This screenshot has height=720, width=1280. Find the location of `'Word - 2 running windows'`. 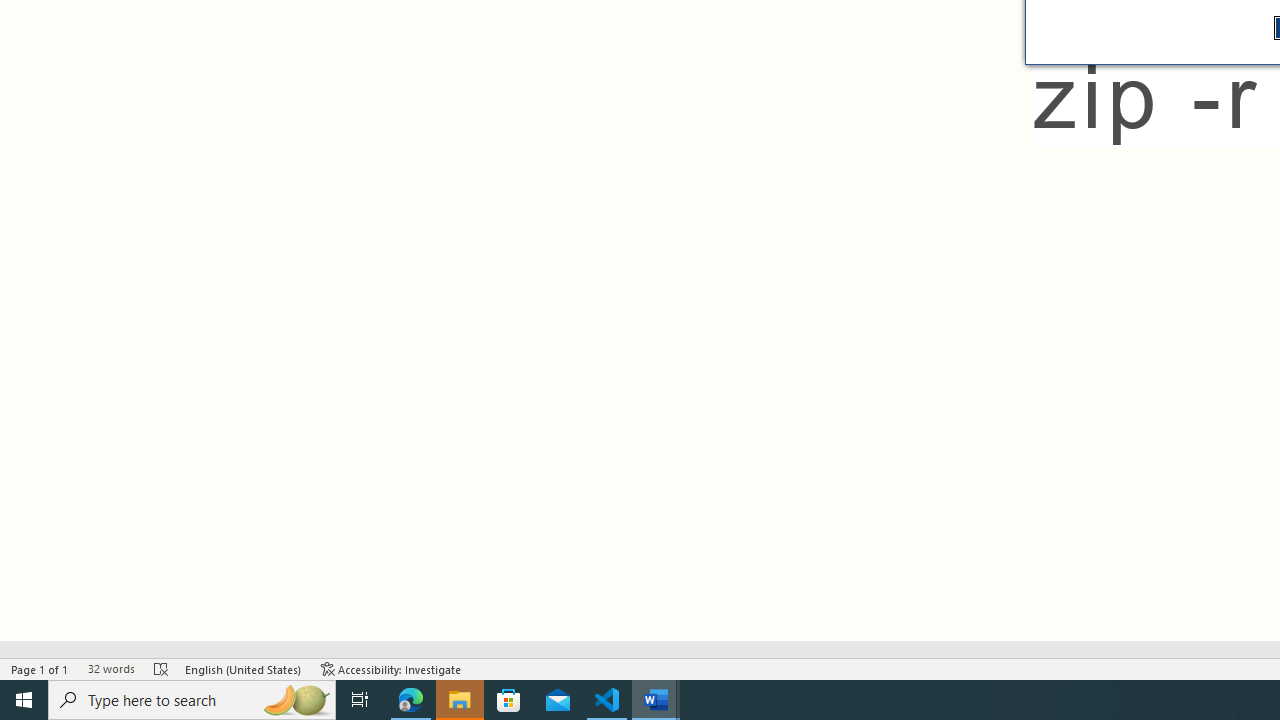

'Word - 2 running windows' is located at coordinates (656, 698).